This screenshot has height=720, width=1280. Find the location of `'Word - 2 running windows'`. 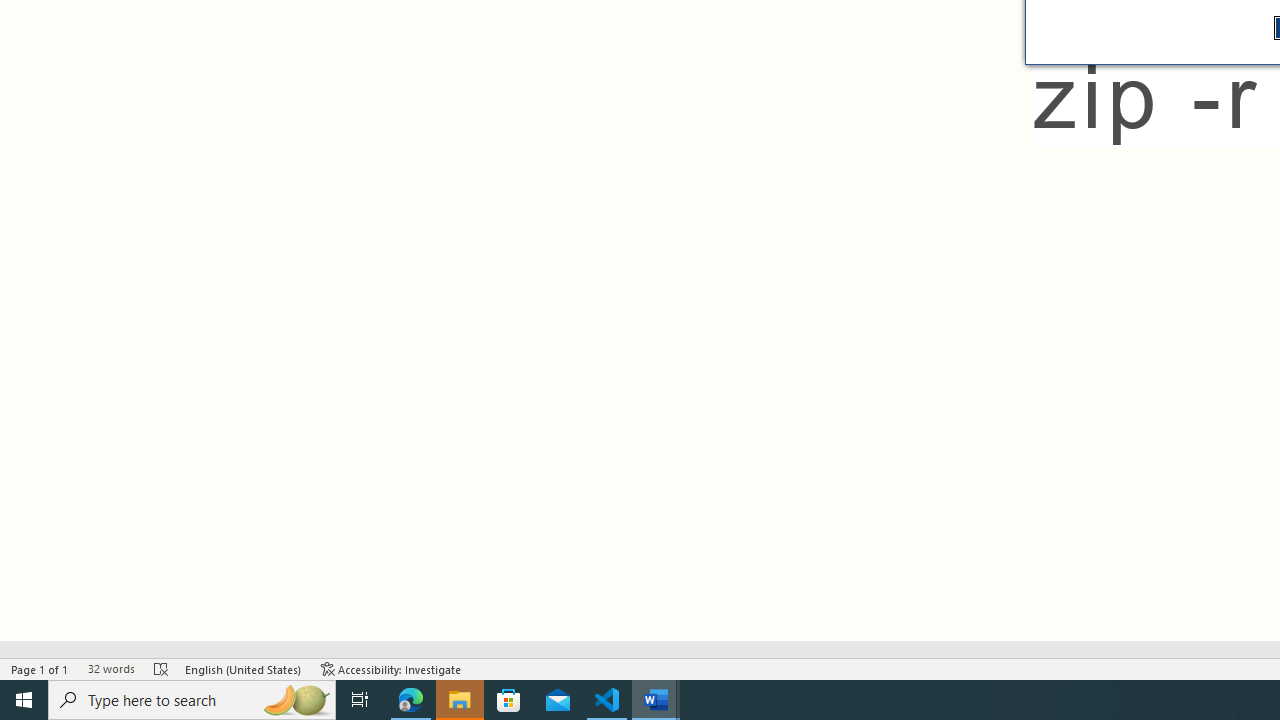

'Word - 2 running windows' is located at coordinates (656, 698).